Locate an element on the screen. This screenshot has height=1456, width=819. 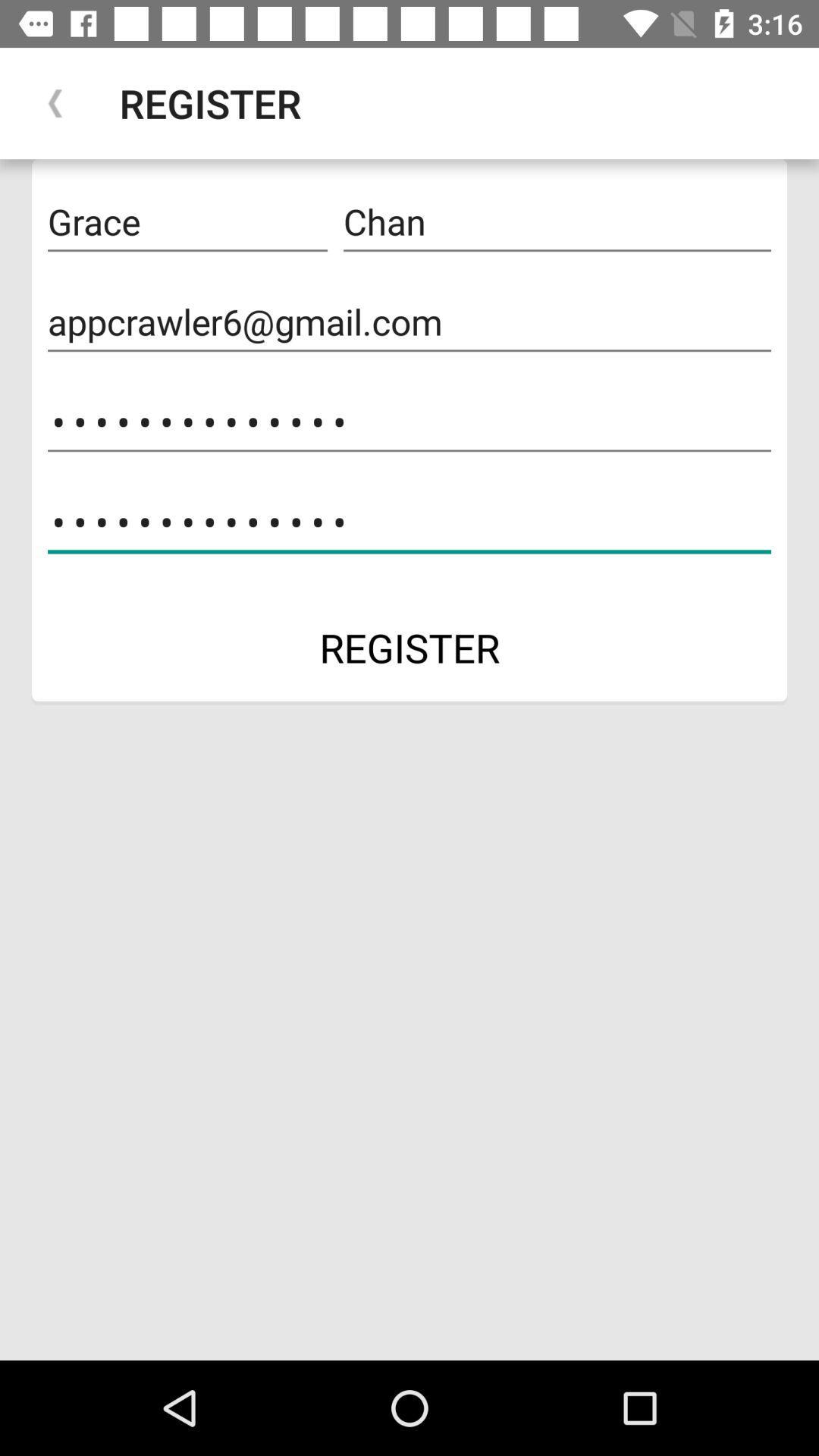
item above the appcrawler3116 item is located at coordinates (409, 322).